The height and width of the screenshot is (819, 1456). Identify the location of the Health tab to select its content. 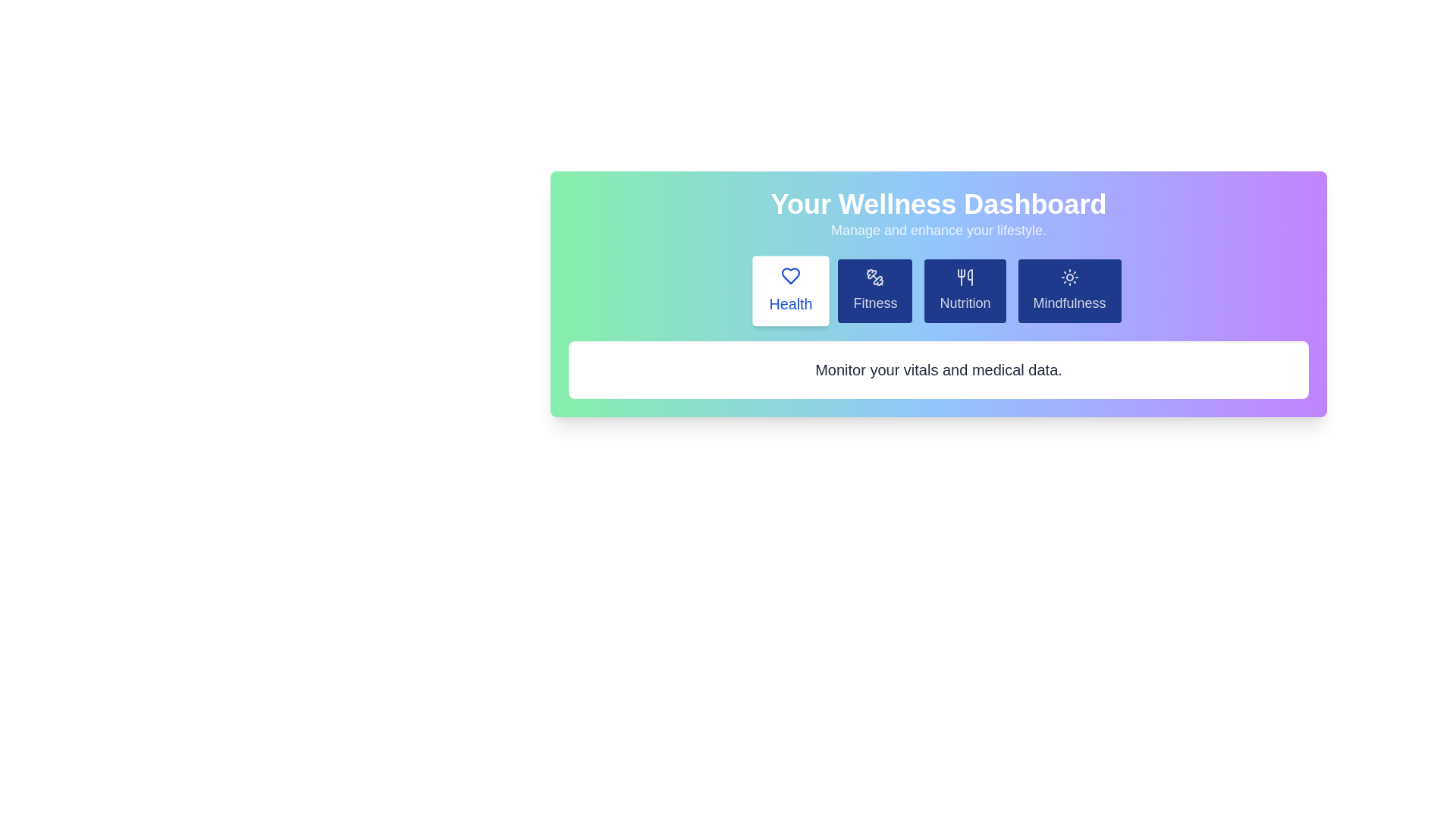
(790, 291).